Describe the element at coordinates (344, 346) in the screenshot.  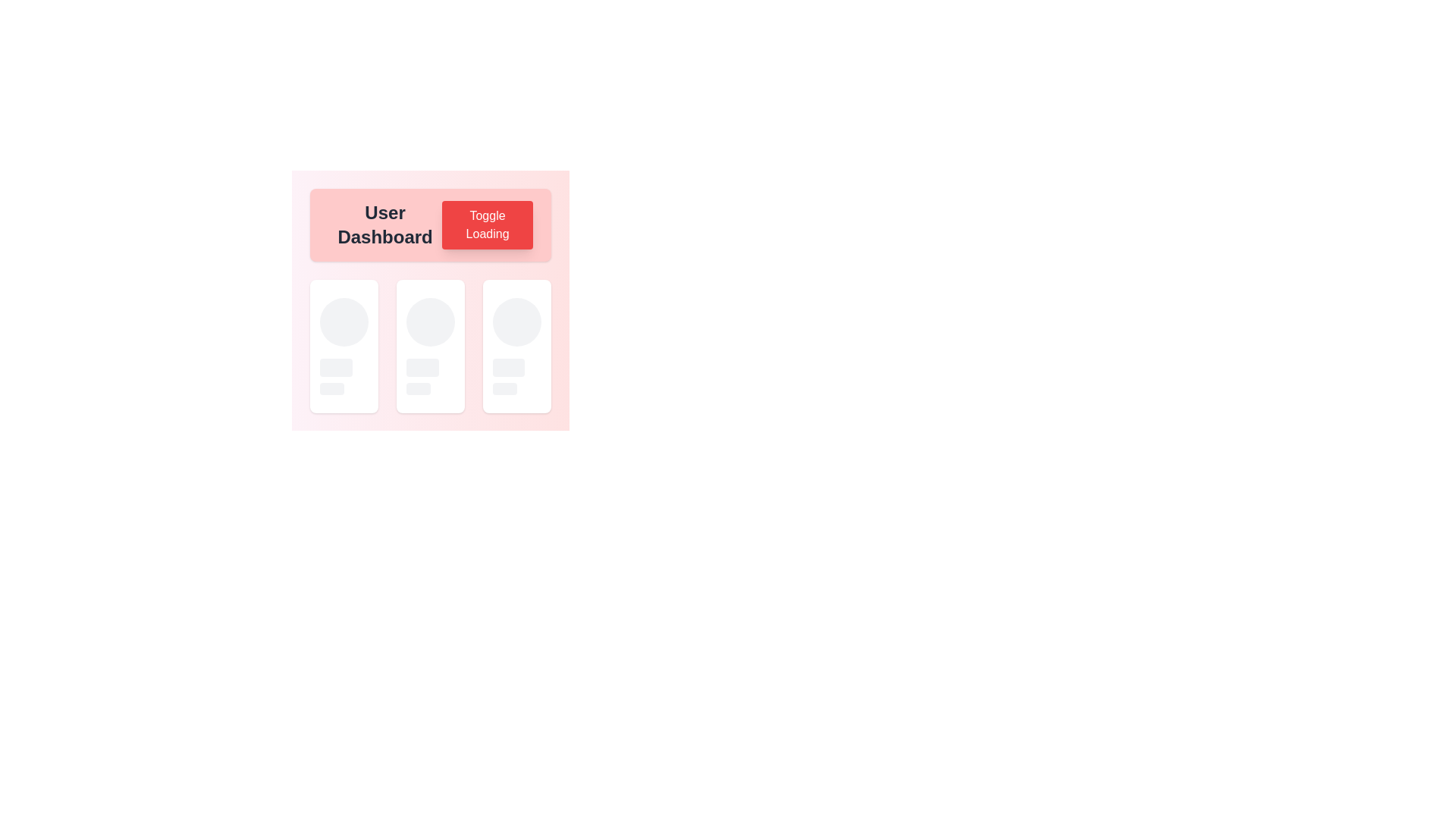
I see `the Placeholder Card, which is a white, rounded rectangular card with a circular placeholder at the top and two smaller rectangular placeholders stacked vertically, located in the leftmost position of a grid layout` at that location.